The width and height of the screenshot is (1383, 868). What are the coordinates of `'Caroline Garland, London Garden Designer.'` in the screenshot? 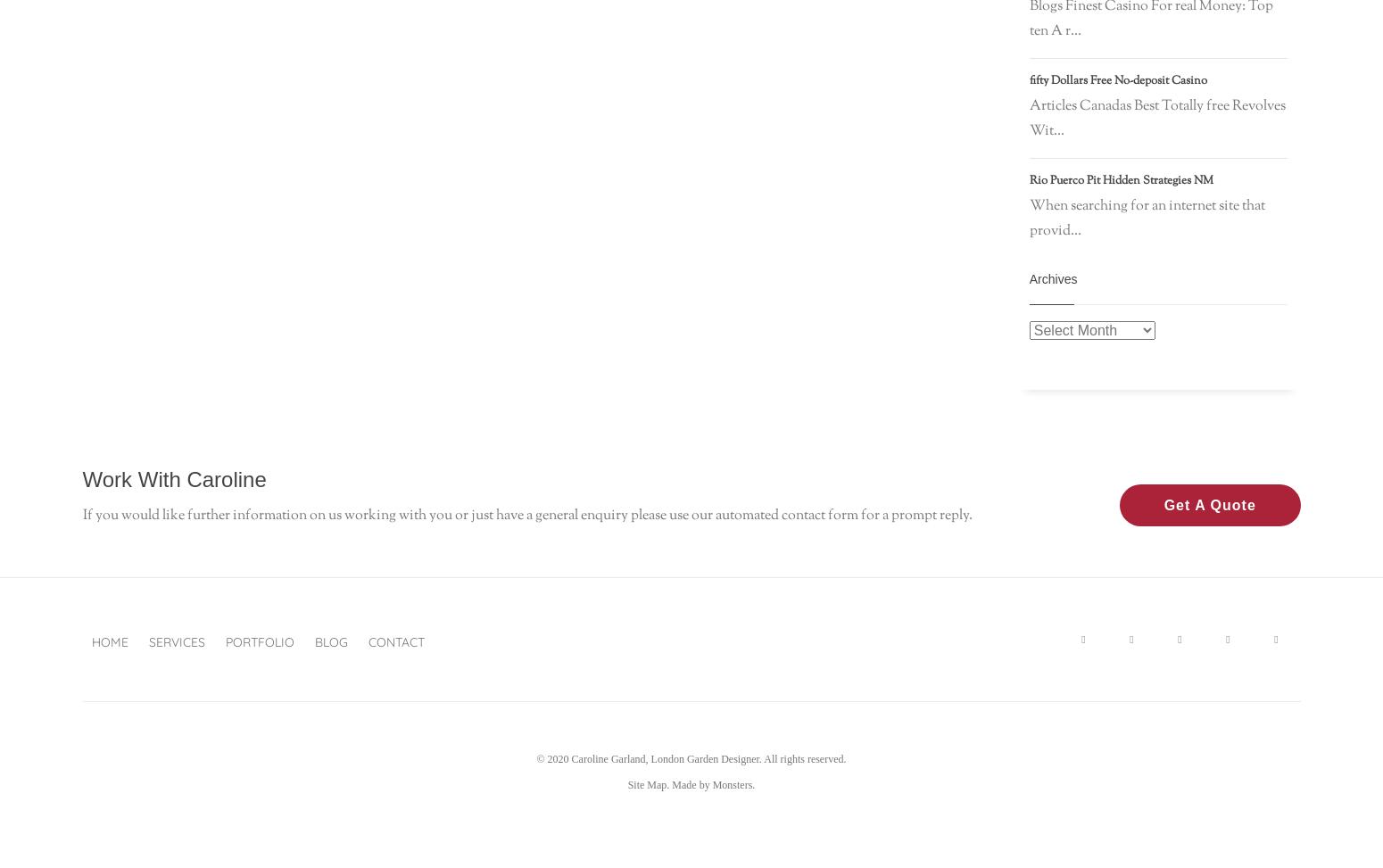 It's located at (569, 758).